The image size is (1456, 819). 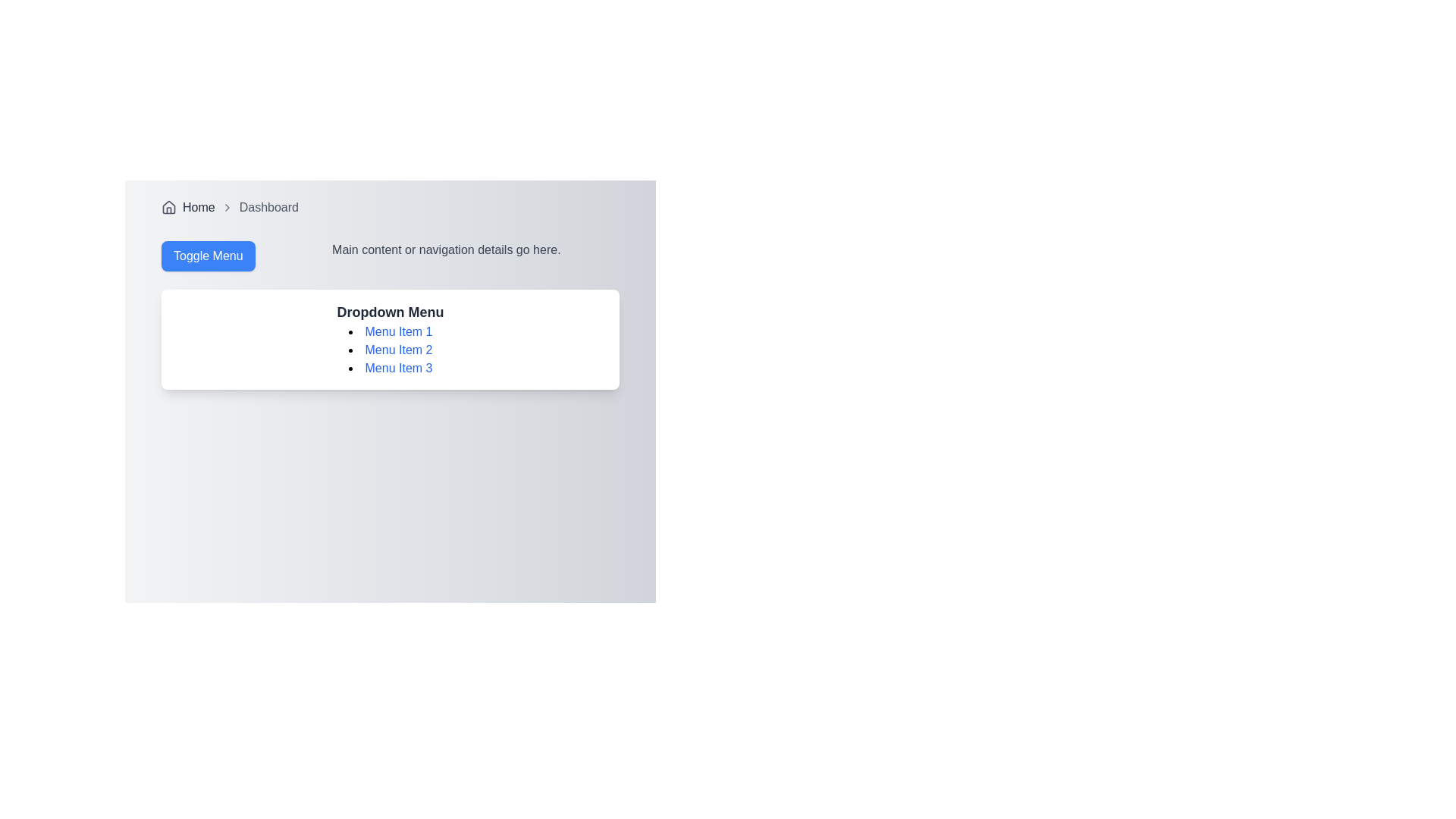 What do you see at coordinates (168, 207) in the screenshot?
I see `the house icon in the SVG graphic representing the 'Home' breadcrumb link for navigation` at bounding box center [168, 207].